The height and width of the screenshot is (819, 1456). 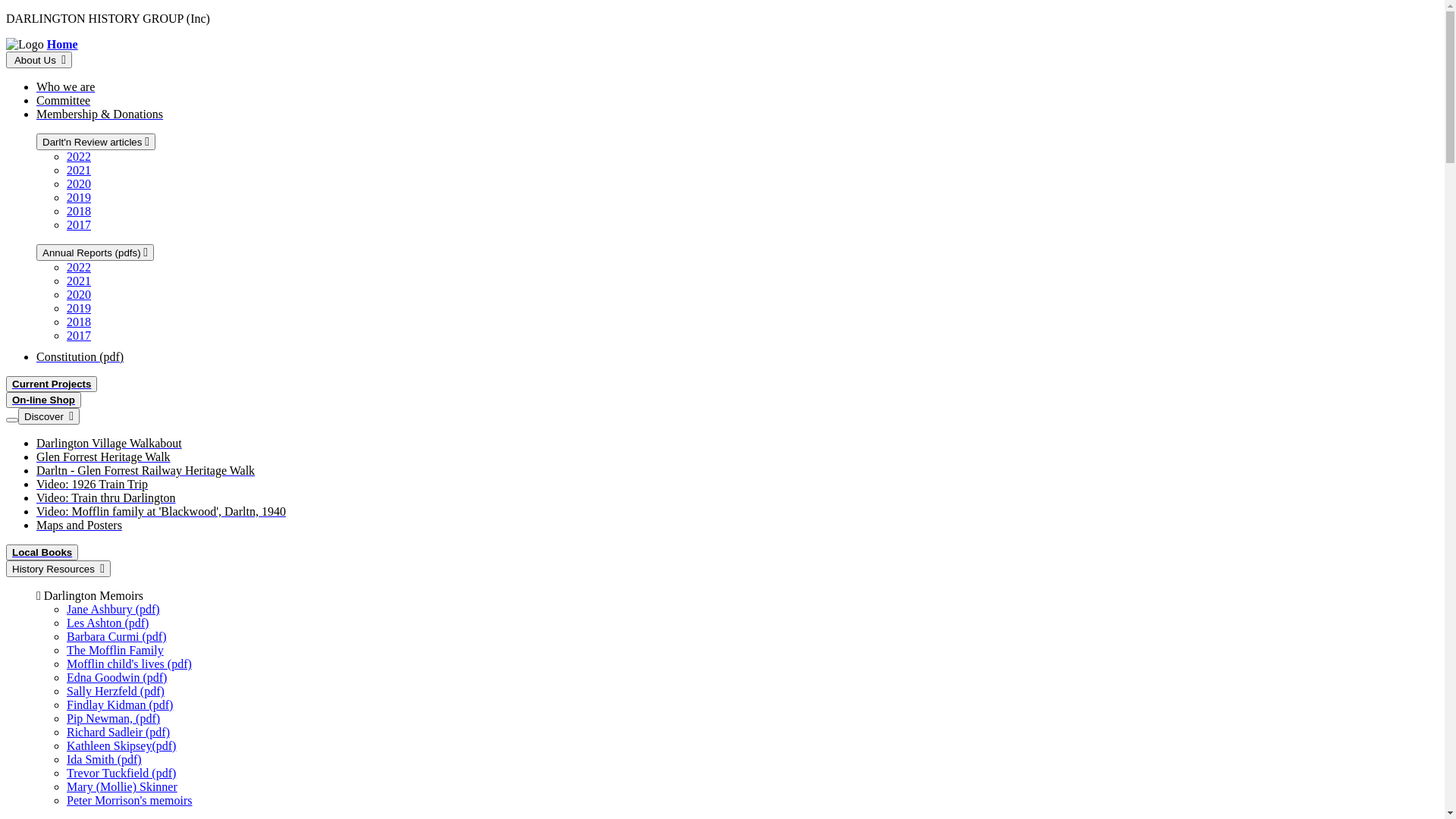 I want to click on 'Local Books', so click(x=42, y=552).